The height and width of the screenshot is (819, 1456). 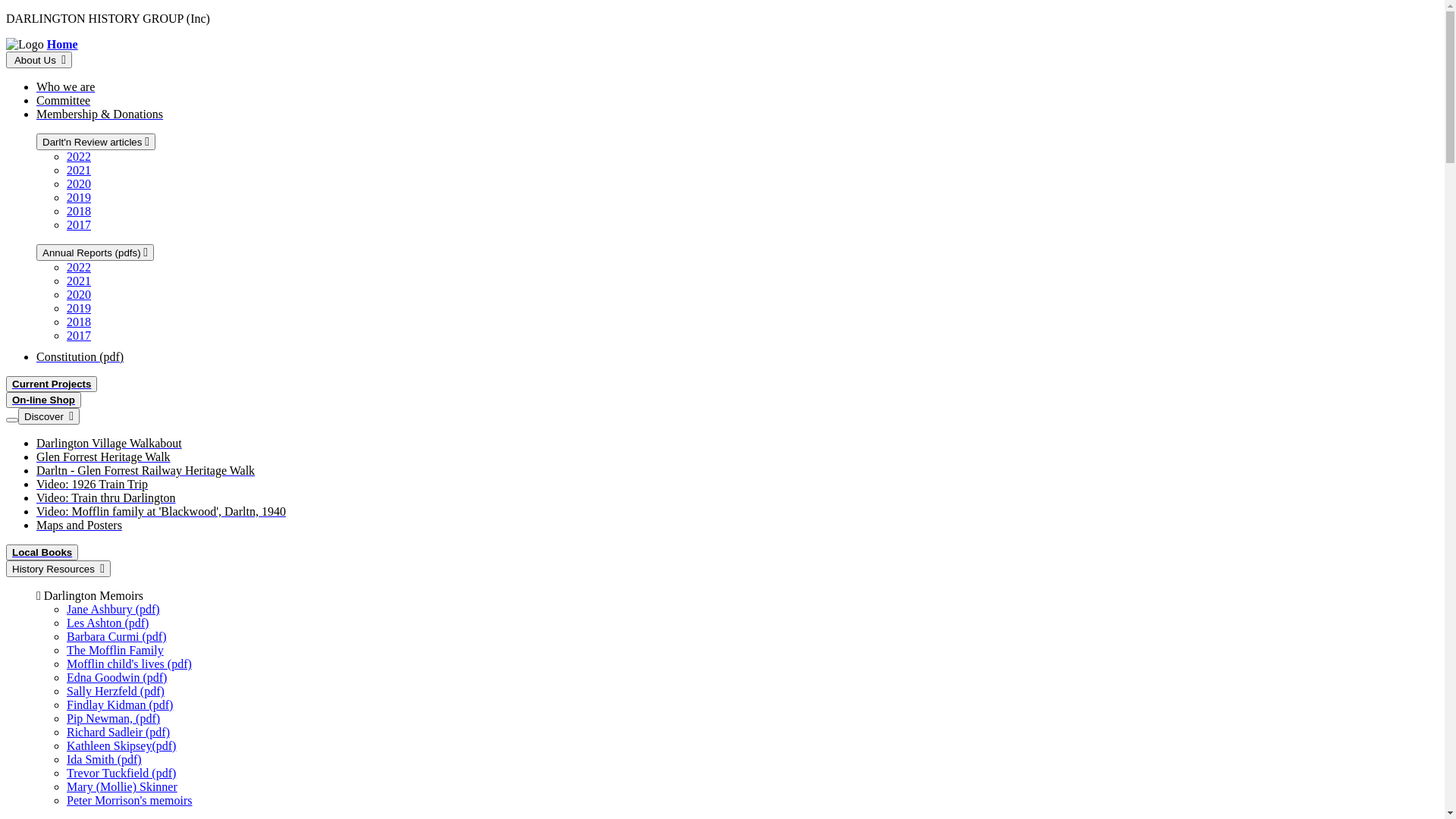 I want to click on 'Local Books', so click(x=42, y=552).